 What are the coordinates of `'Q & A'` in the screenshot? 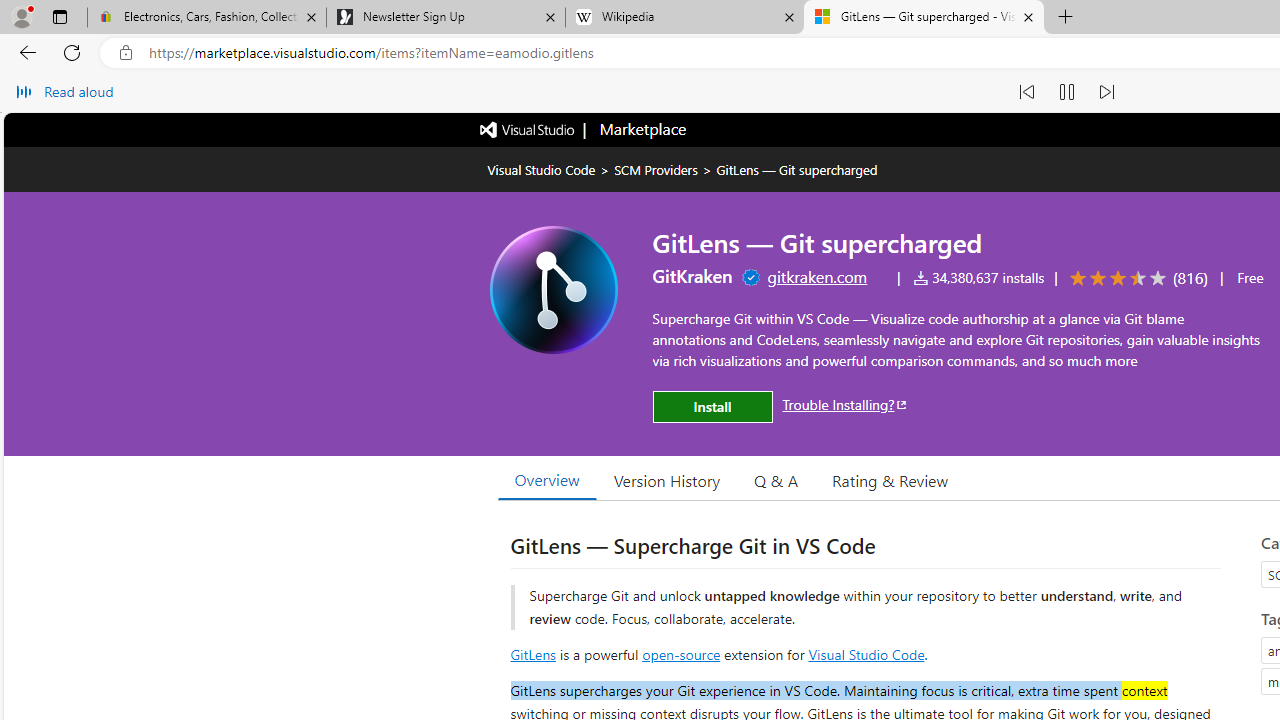 It's located at (775, 479).